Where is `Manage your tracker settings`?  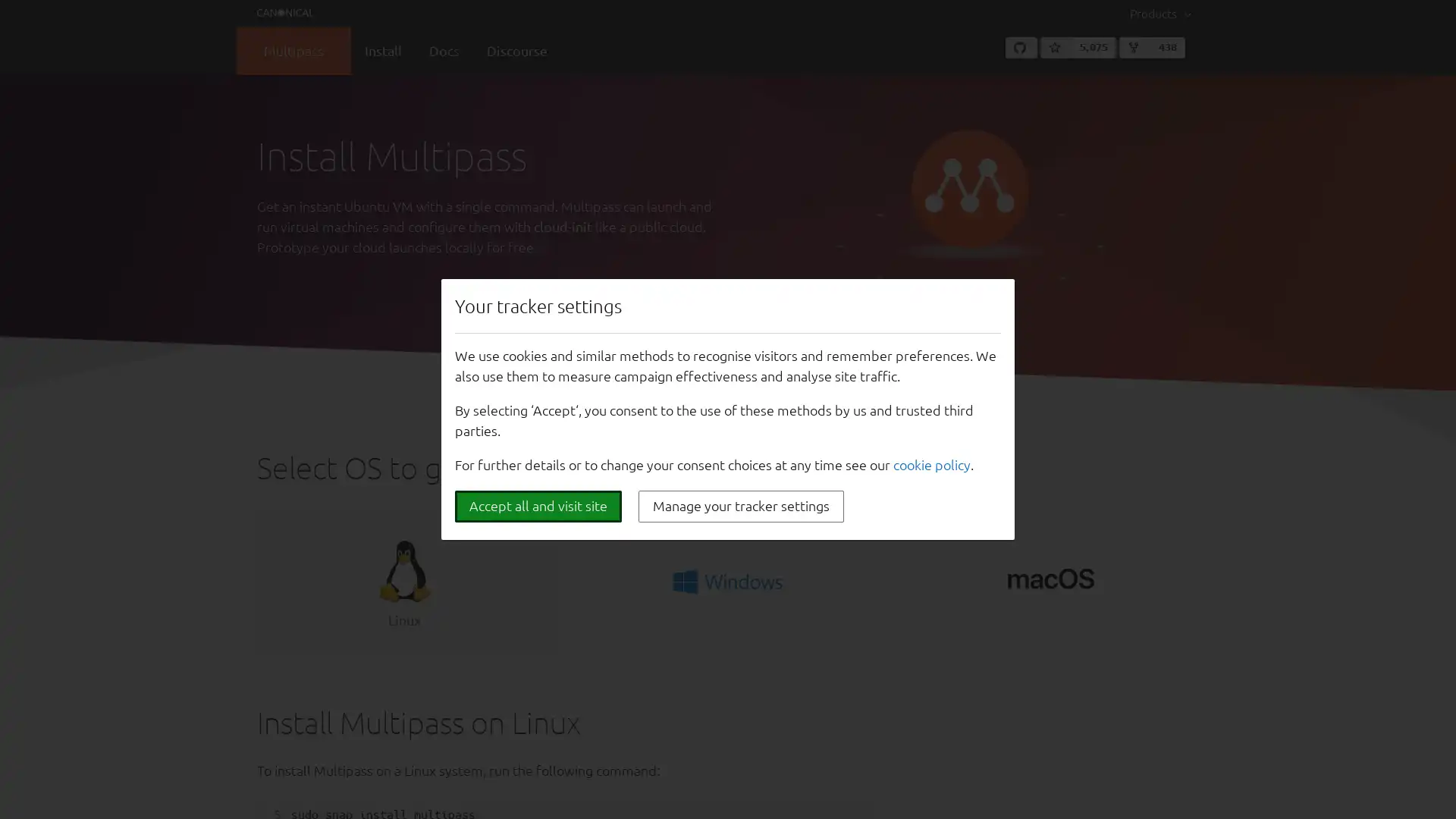 Manage your tracker settings is located at coordinates (741, 506).